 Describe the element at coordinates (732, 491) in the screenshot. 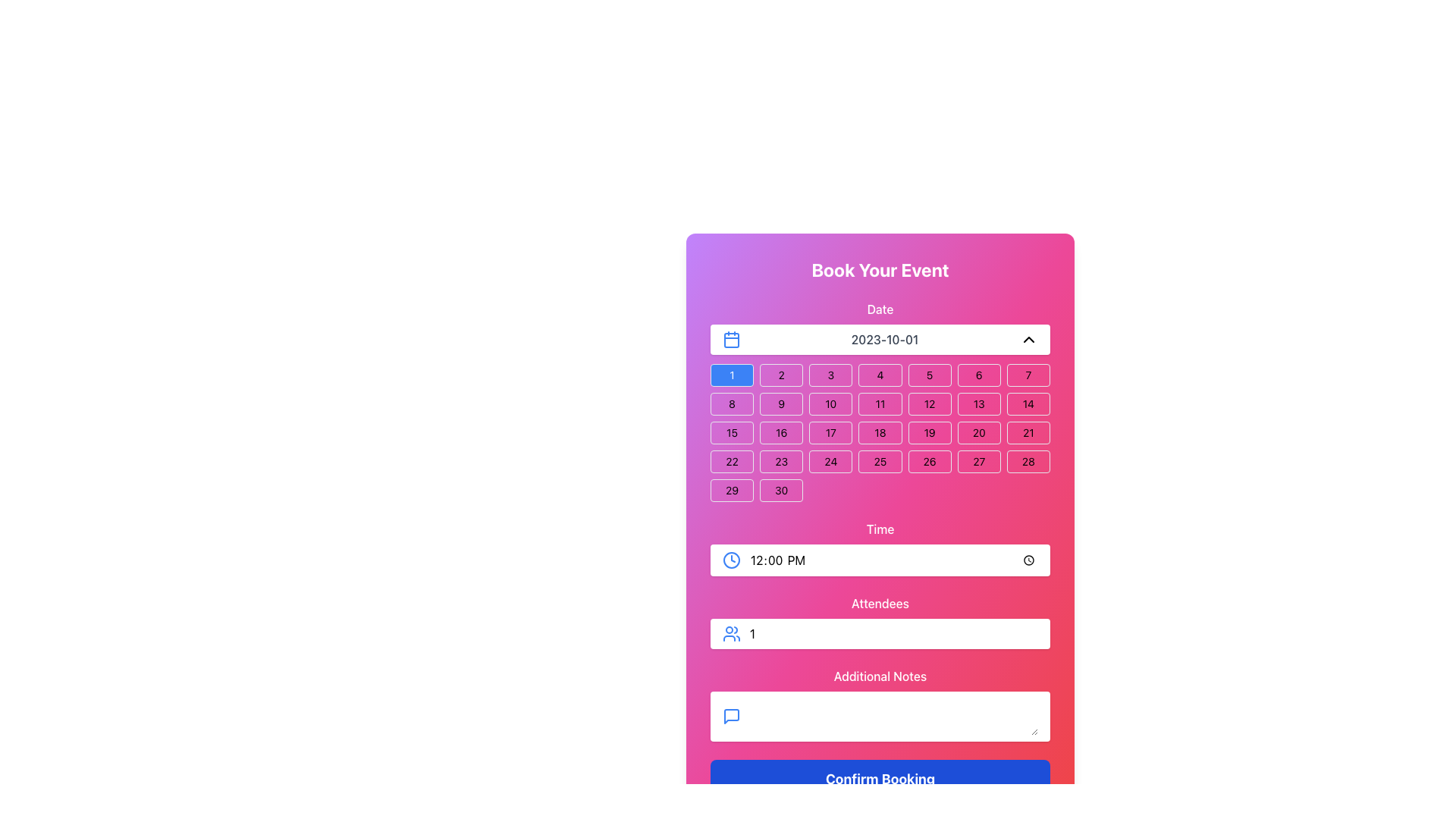

I see `the date selection button '29' in the calendar interface` at that location.